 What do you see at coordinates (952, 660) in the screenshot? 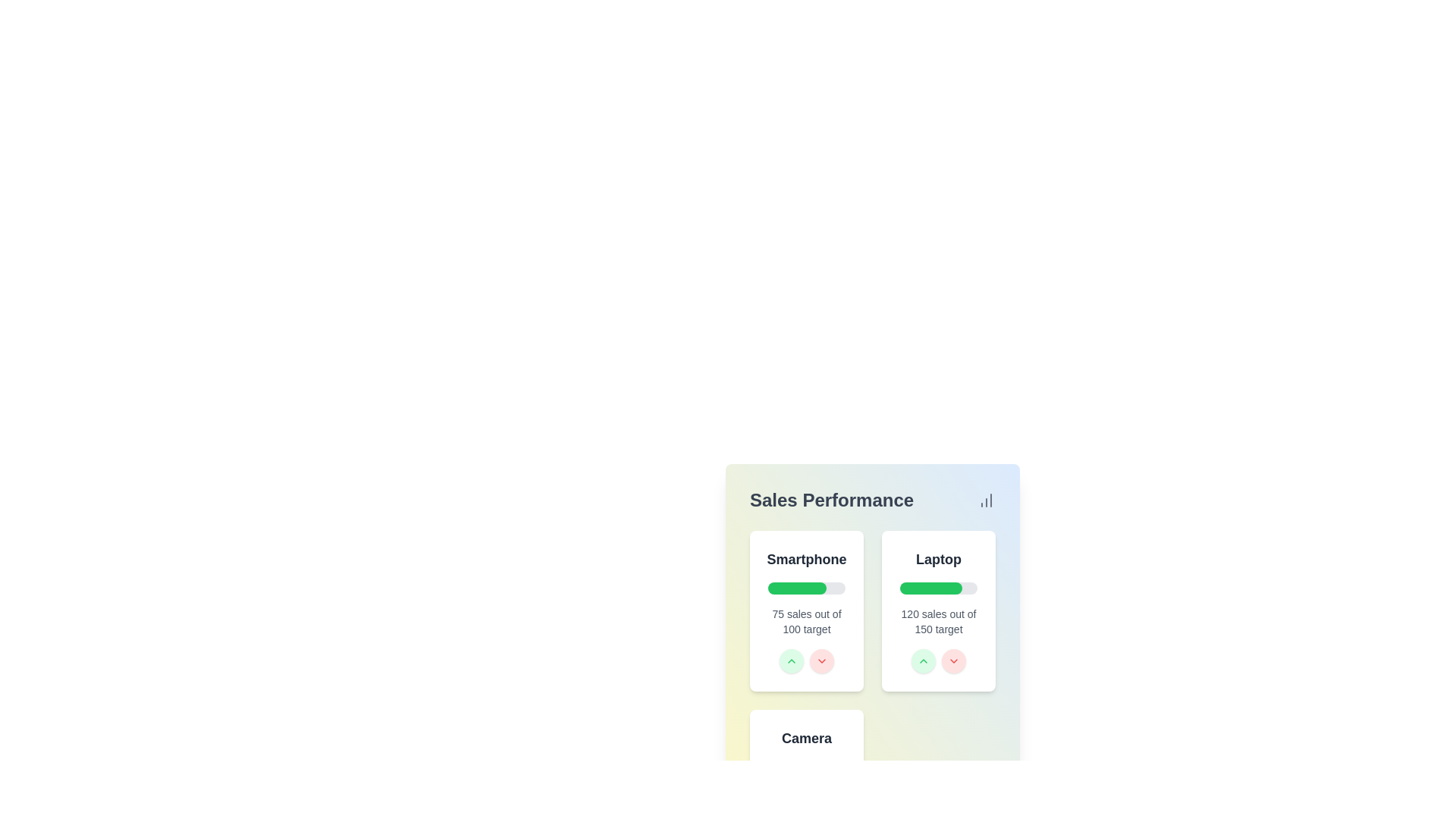
I see `the small downward-facing chevron arrow icon located within the light red circular button at the bottom-right corner of the 'Laptop' sales performance card` at bounding box center [952, 660].